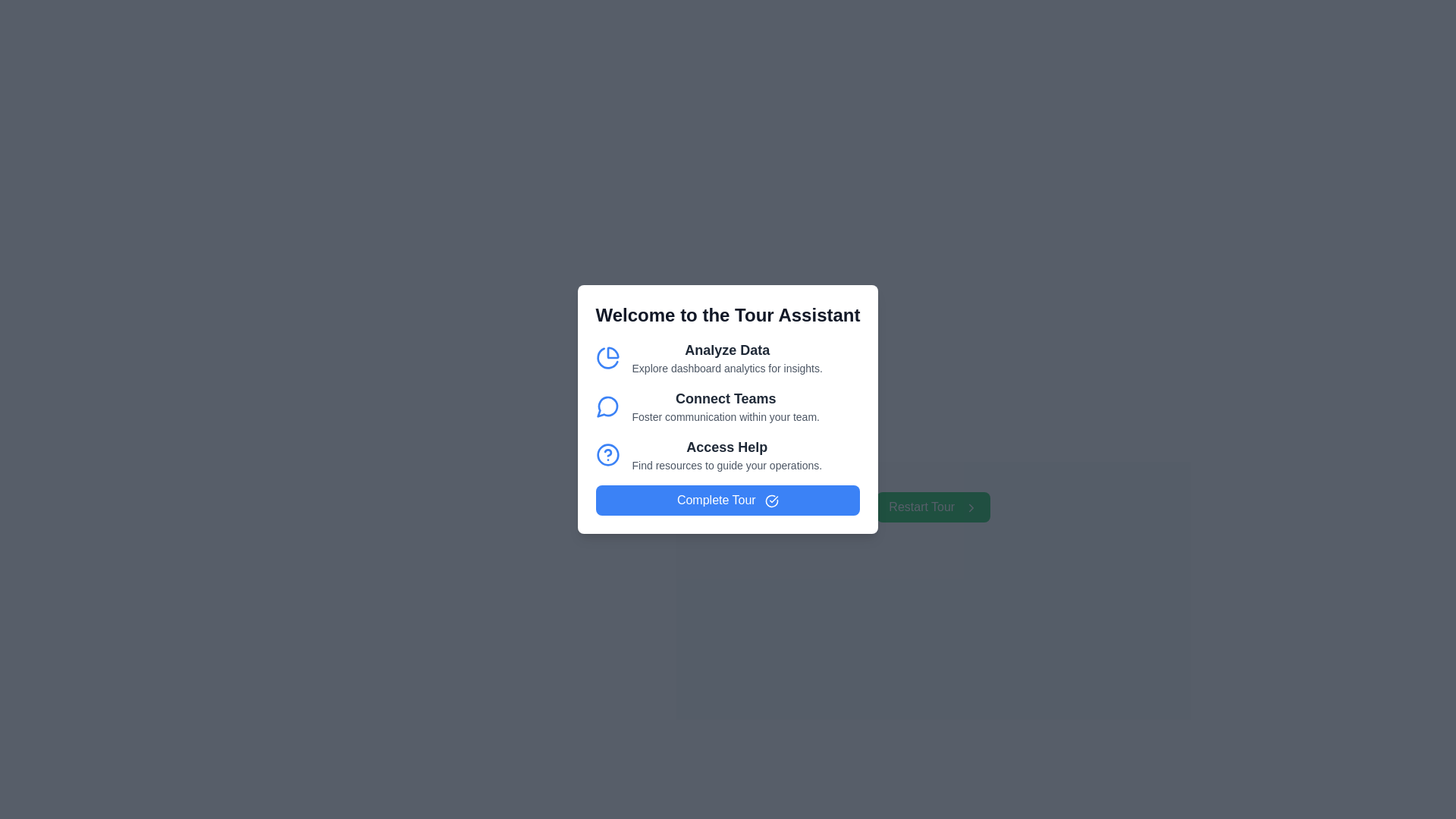 The width and height of the screenshot is (1456, 819). What do you see at coordinates (725, 417) in the screenshot?
I see `the descriptive text element located directly below the 'Connect Teams' heading, which provides clarification about the feature` at bounding box center [725, 417].